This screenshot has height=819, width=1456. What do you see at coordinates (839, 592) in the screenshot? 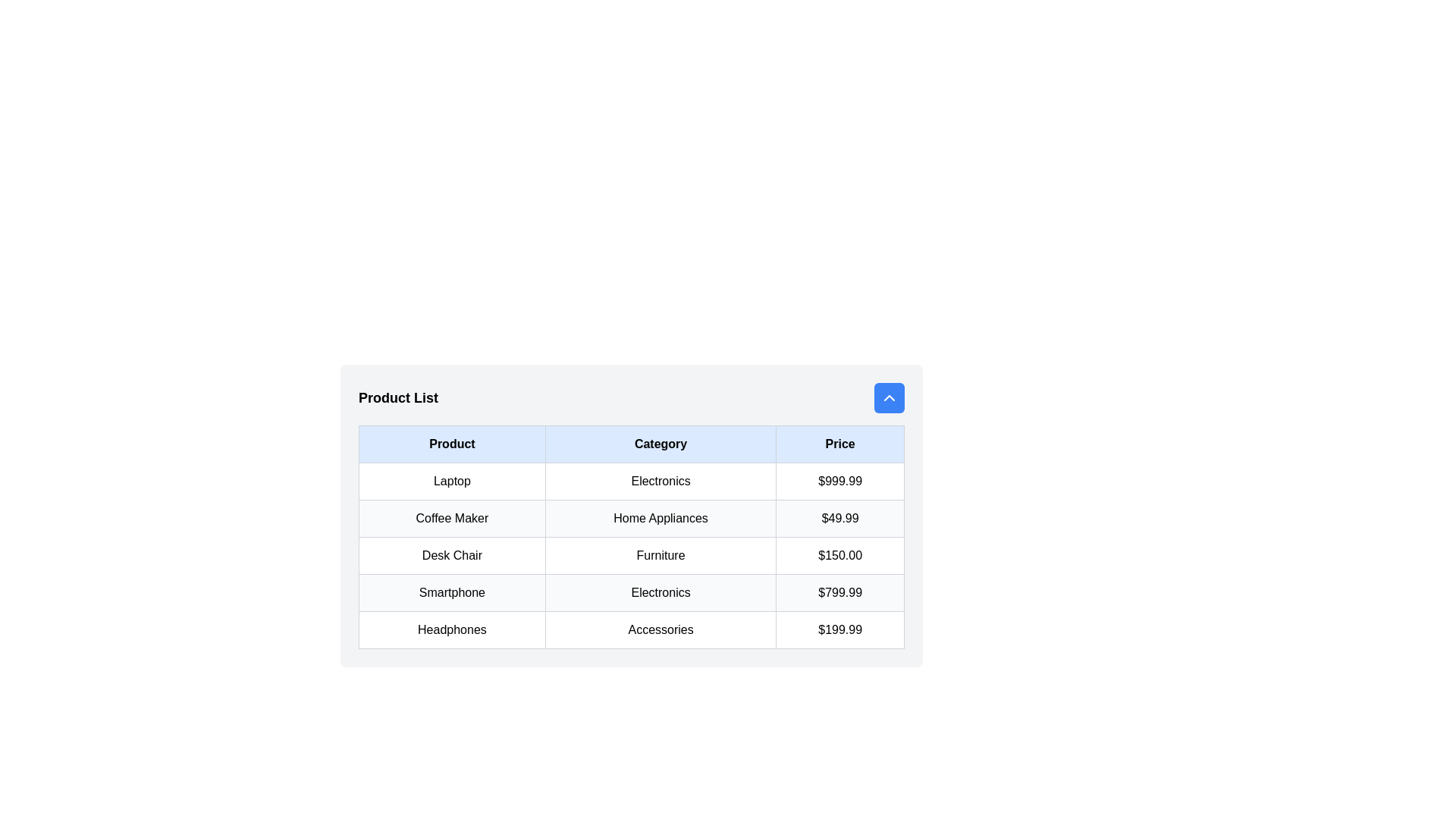
I see `the static text label displaying the price value '$799.99' in the 'Price' column of the fourth row for the 'Smartphone' product` at bounding box center [839, 592].